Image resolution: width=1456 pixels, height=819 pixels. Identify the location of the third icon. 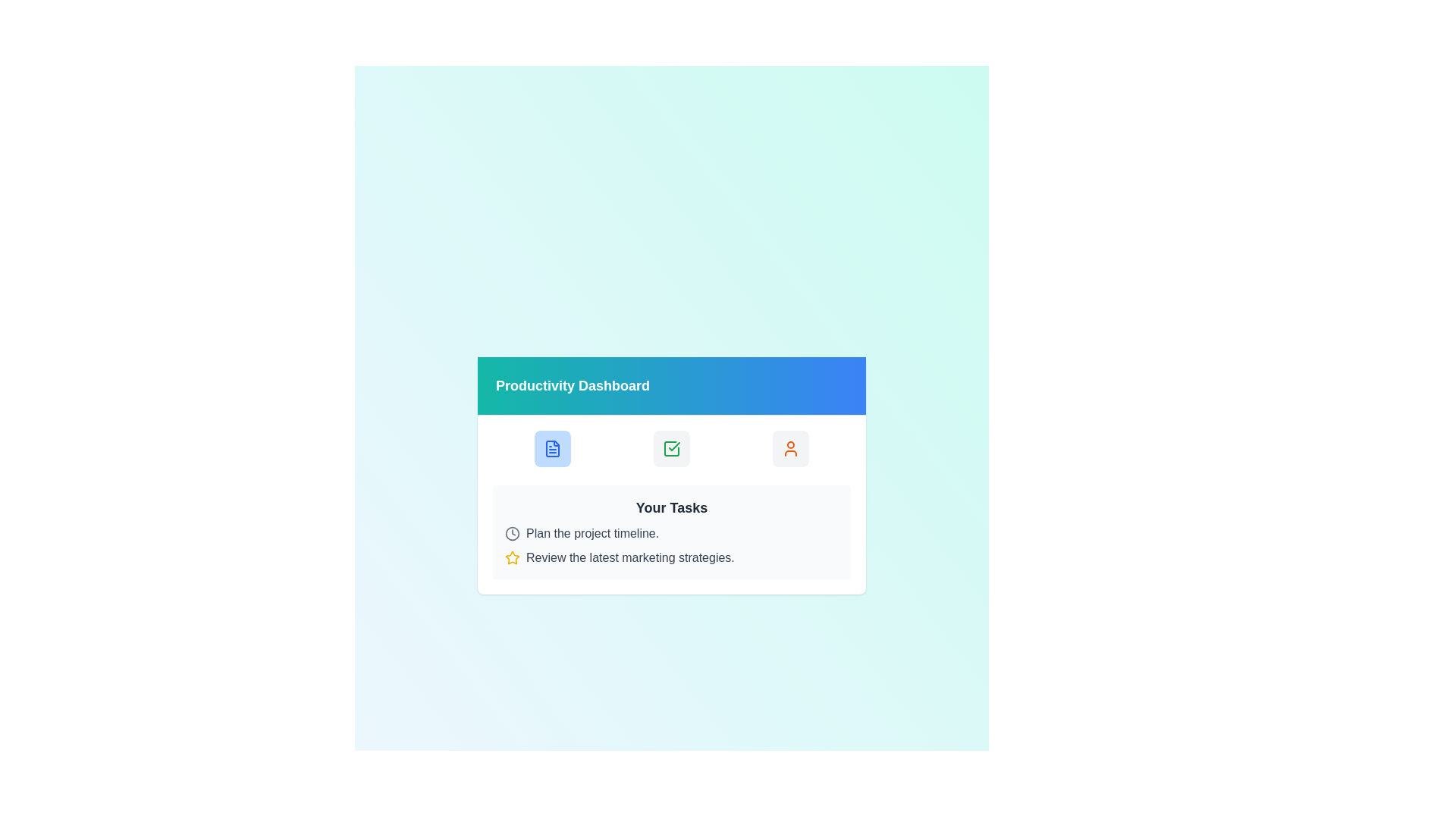
(790, 447).